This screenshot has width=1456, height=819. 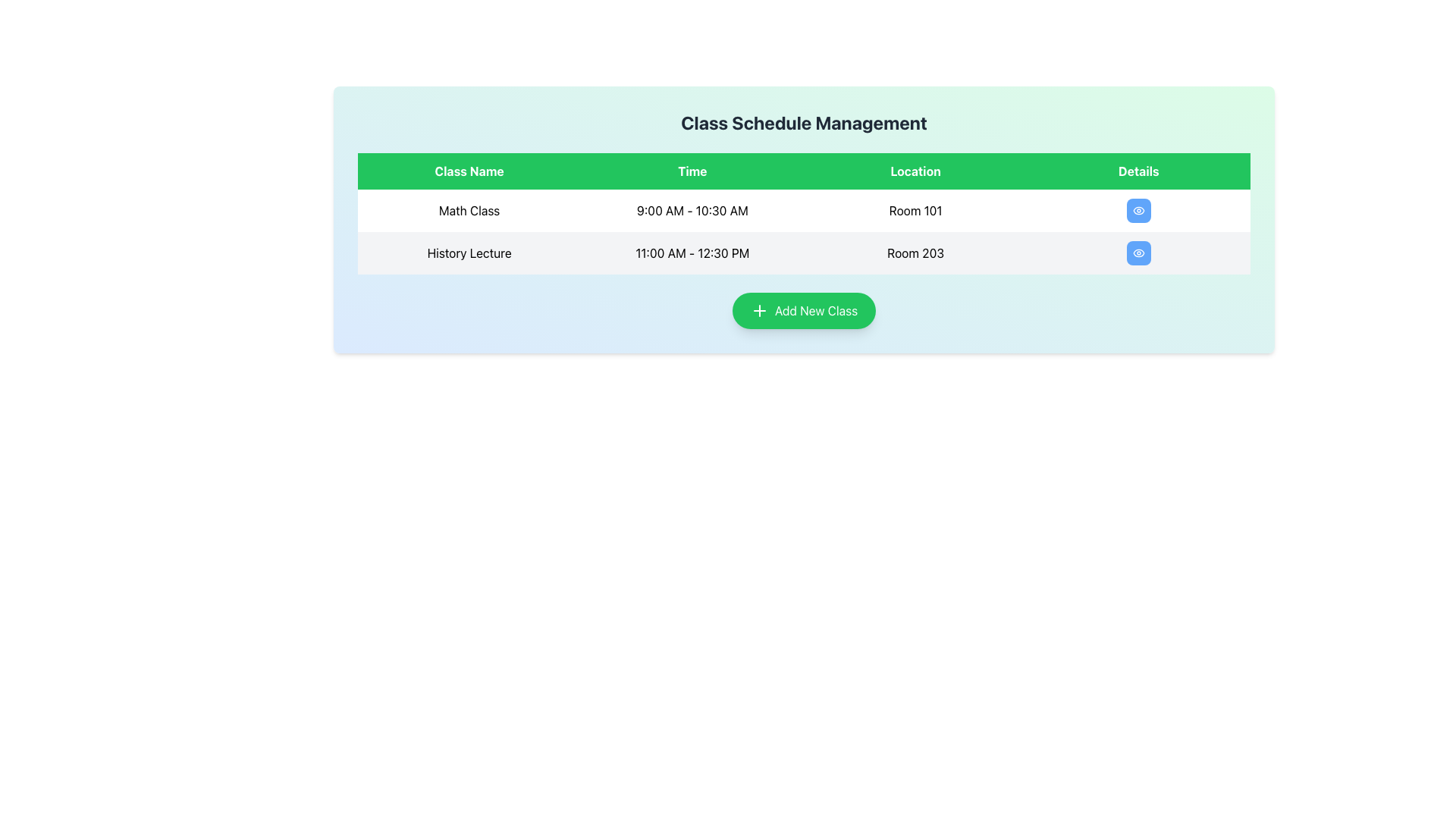 I want to click on the static text header that indicates class names in the first column of the header row of a table, so click(x=469, y=171).